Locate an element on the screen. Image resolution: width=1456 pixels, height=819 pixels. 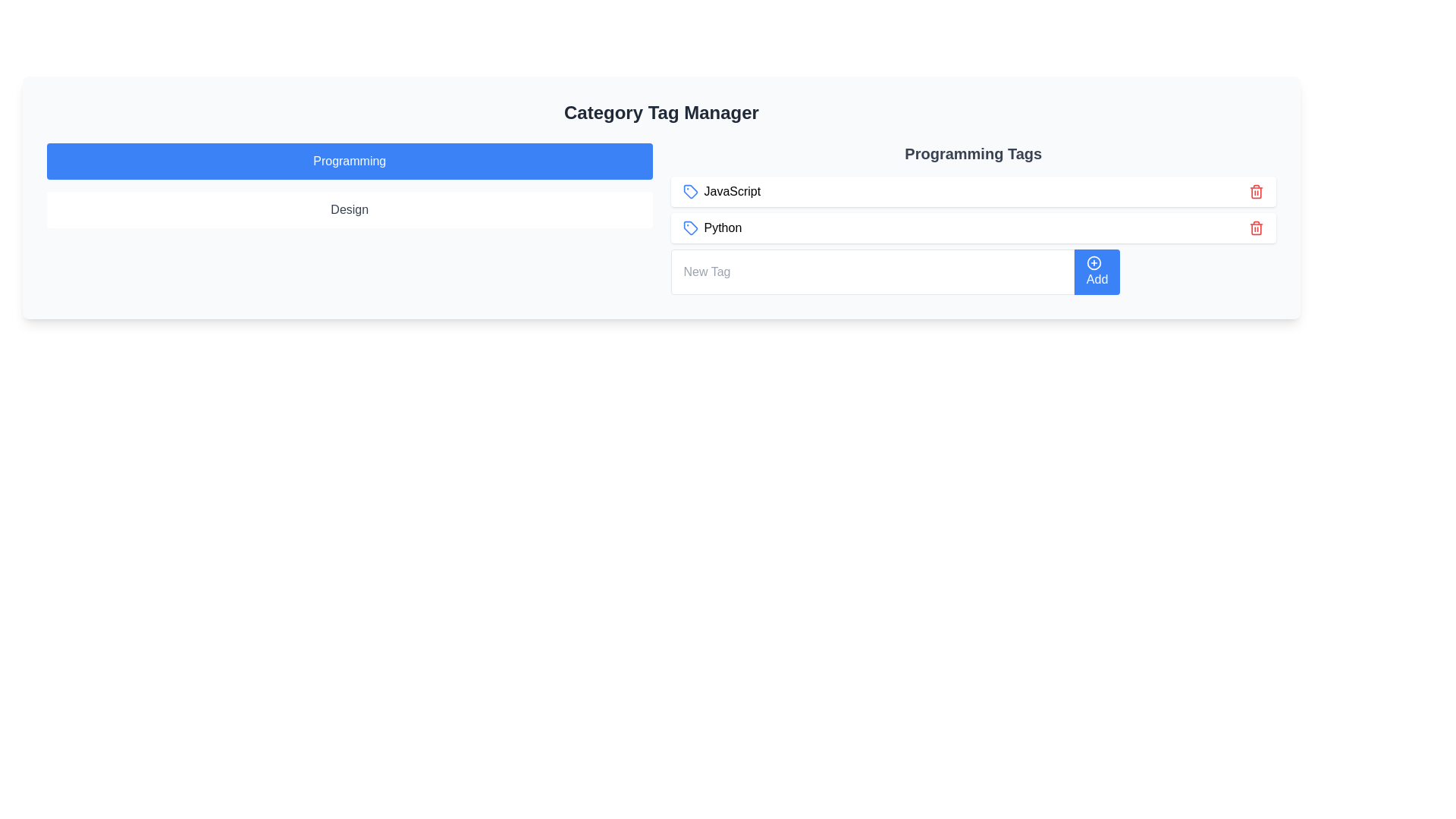
the 'JavaScript' tag item using the keyboard arrow keys, which is the first item under the 'Programming Tags' section is located at coordinates (973, 191).